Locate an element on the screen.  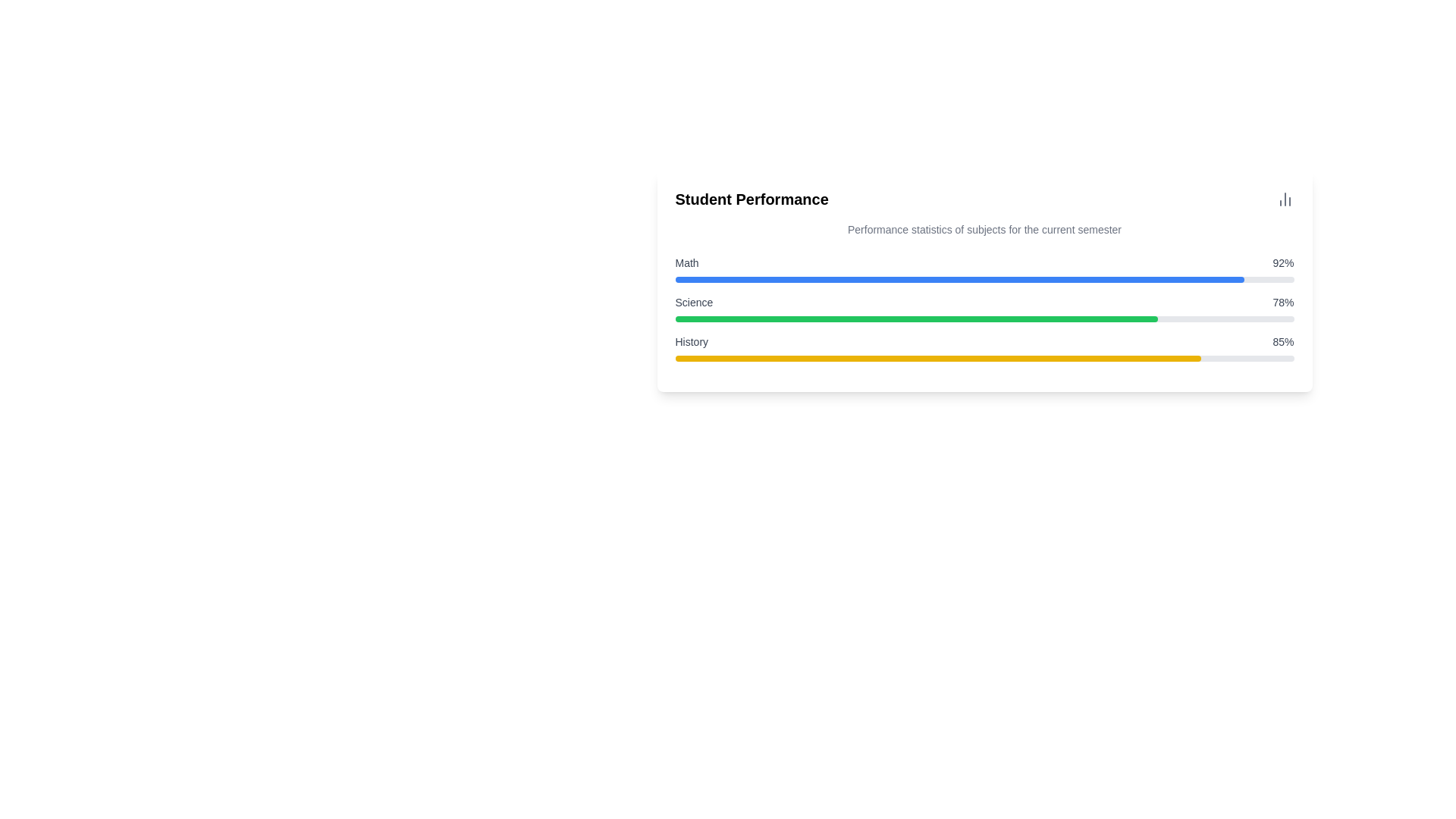
the bold, large-sized text labeled 'Student Performance' located at the top-left of the card-like section displaying student grades is located at coordinates (752, 198).